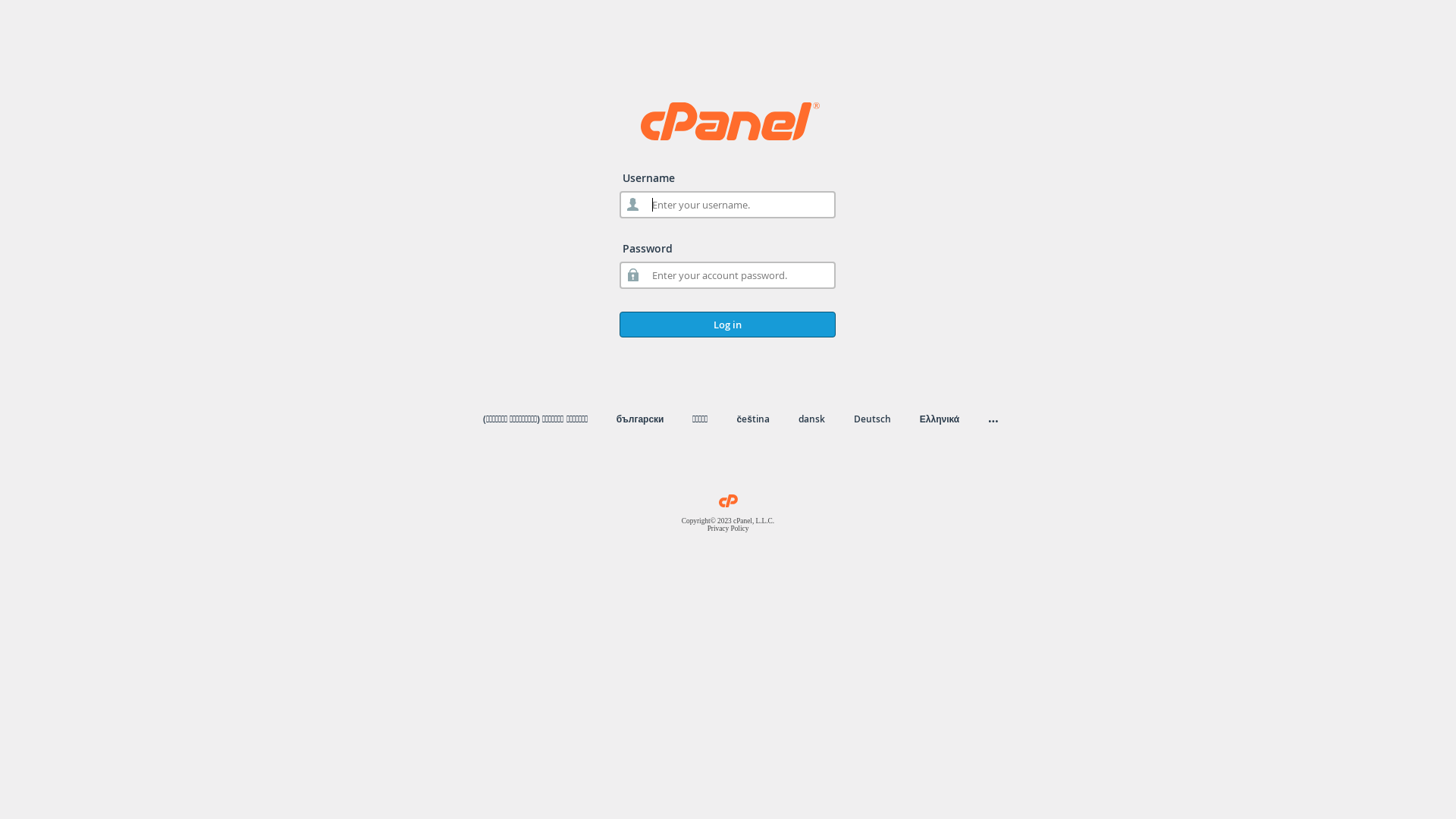 This screenshot has height=819, width=1456. I want to click on 'Log in', so click(726, 324).